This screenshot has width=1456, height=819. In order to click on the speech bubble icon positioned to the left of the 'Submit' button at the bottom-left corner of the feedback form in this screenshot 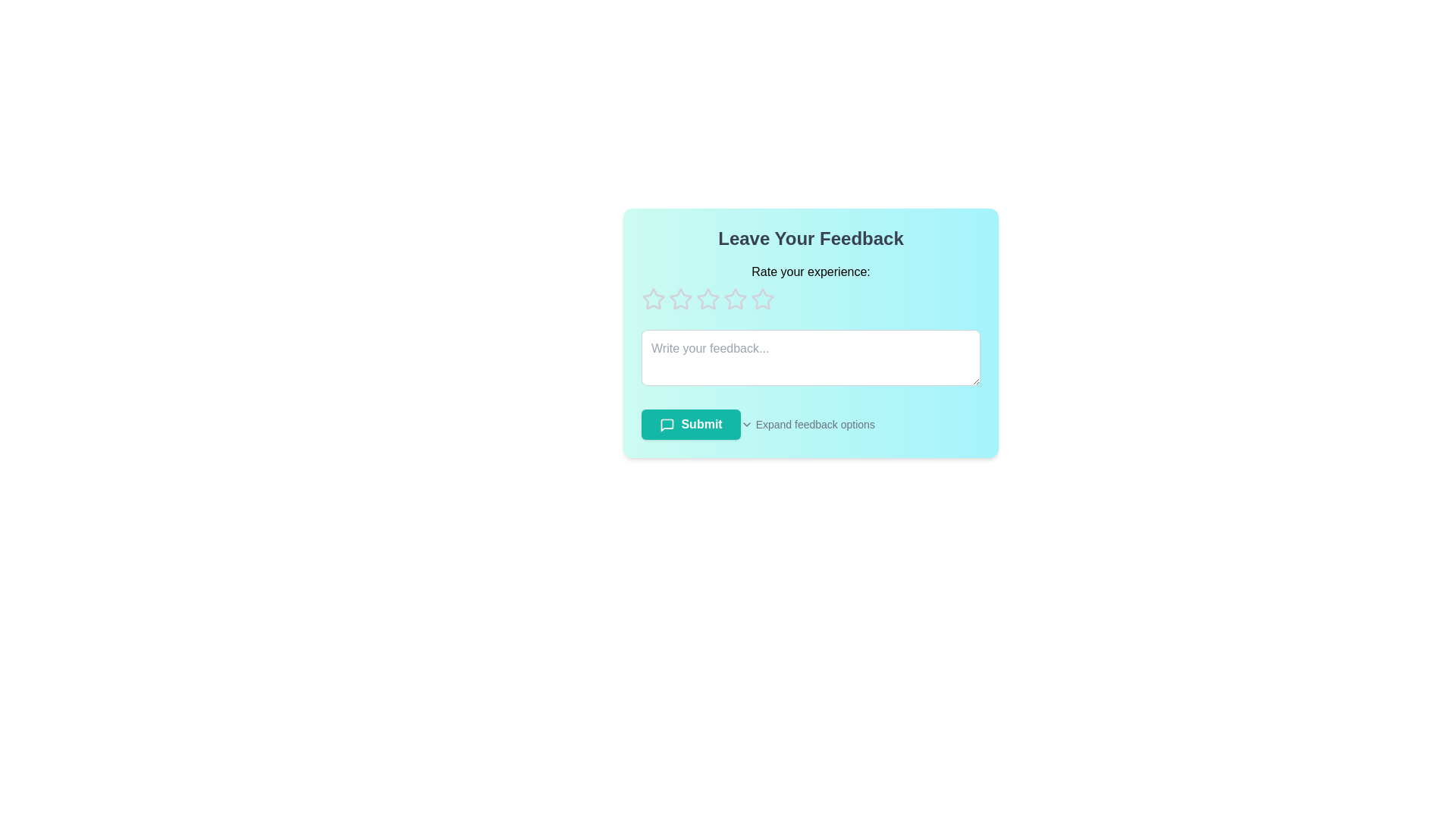, I will do `click(667, 424)`.